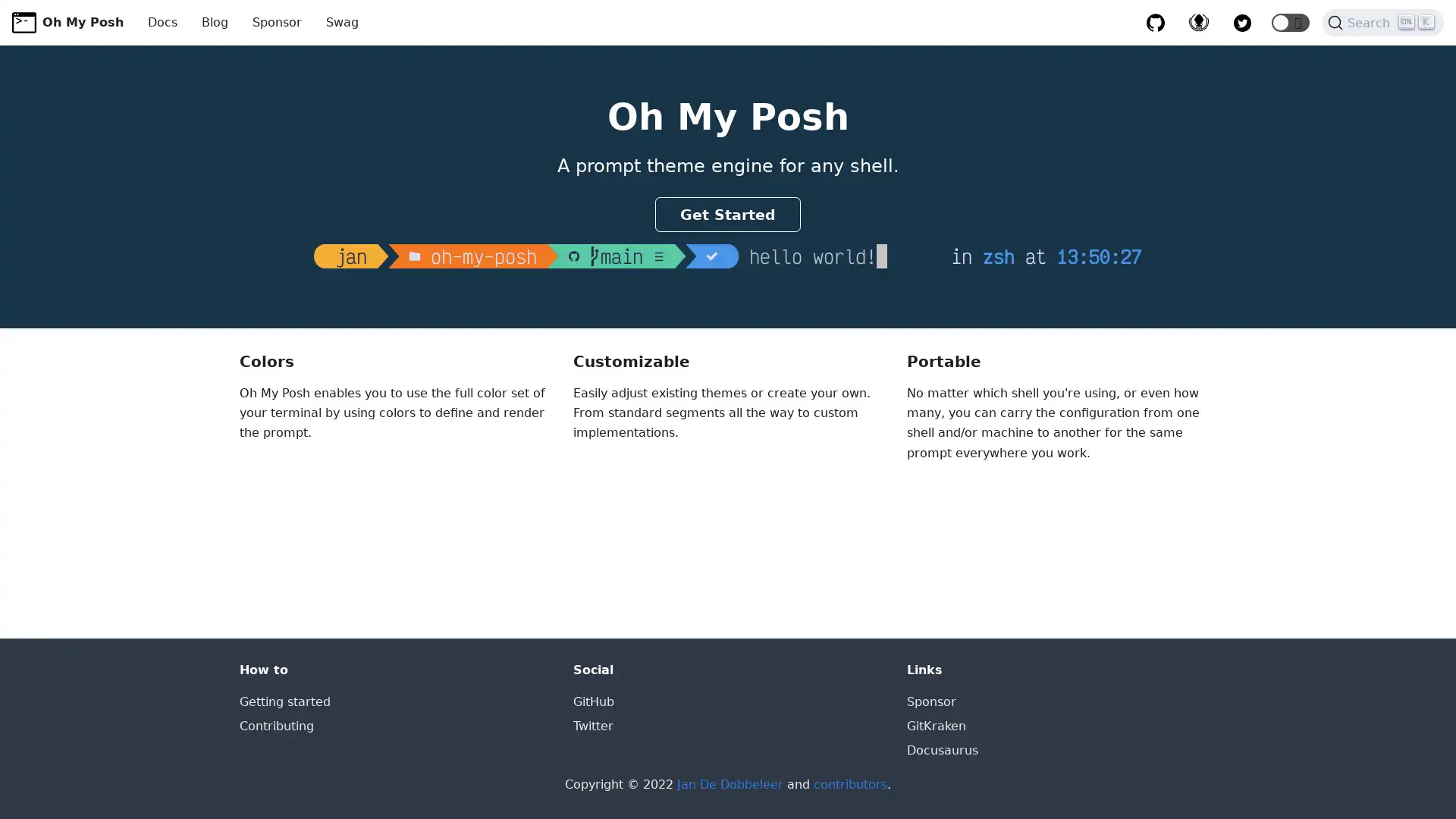 The height and width of the screenshot is (819, 1456). What do you see at coordinates (1290, 23) in the screenshot?
I see `Switch between dark and light mode` at bounding box center [1290, 23].